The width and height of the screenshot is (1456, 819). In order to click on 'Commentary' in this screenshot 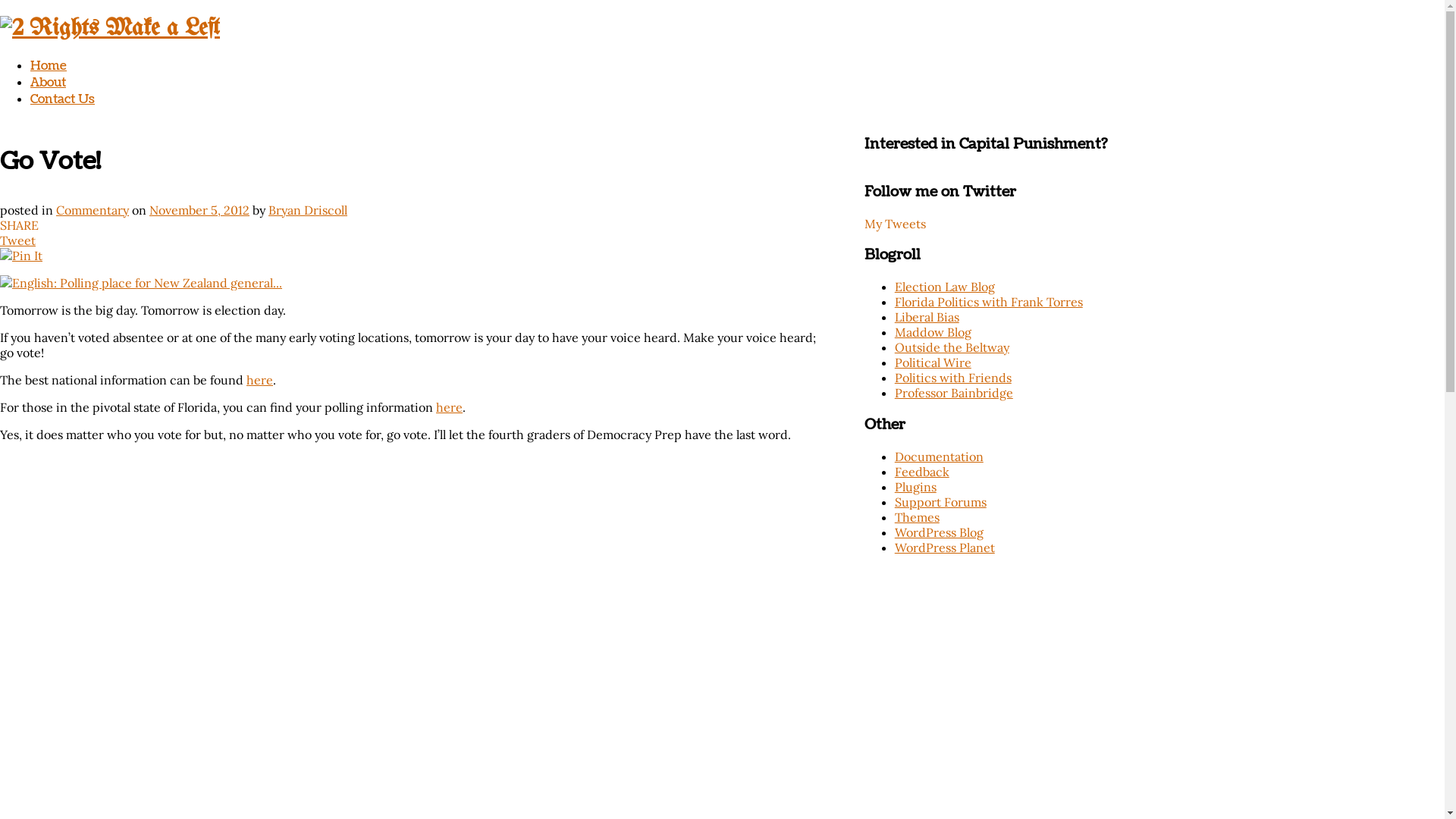, I will do `click(55, 210)`.